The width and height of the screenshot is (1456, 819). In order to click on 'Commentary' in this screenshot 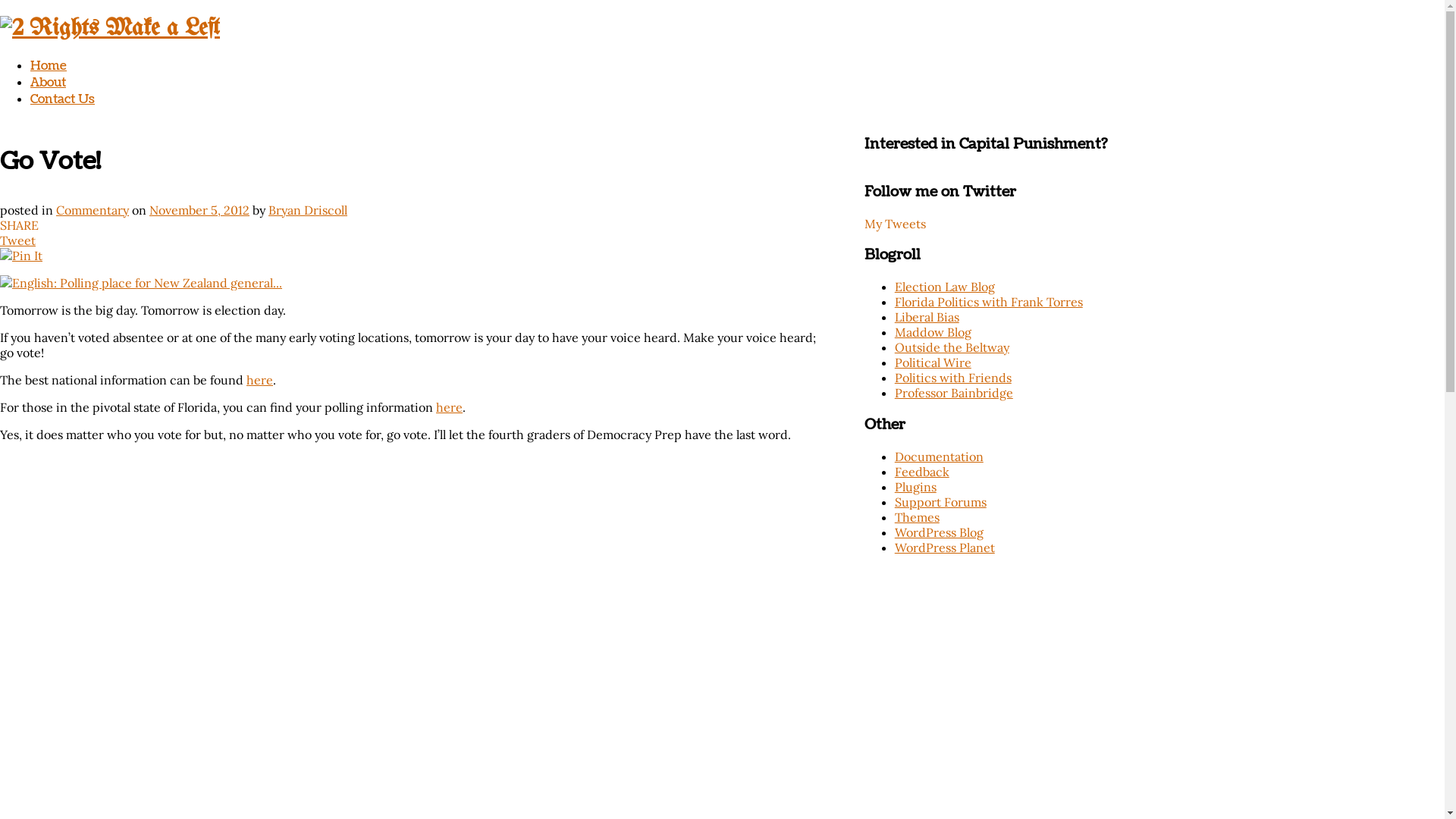, I will do `click(55, 210)`.